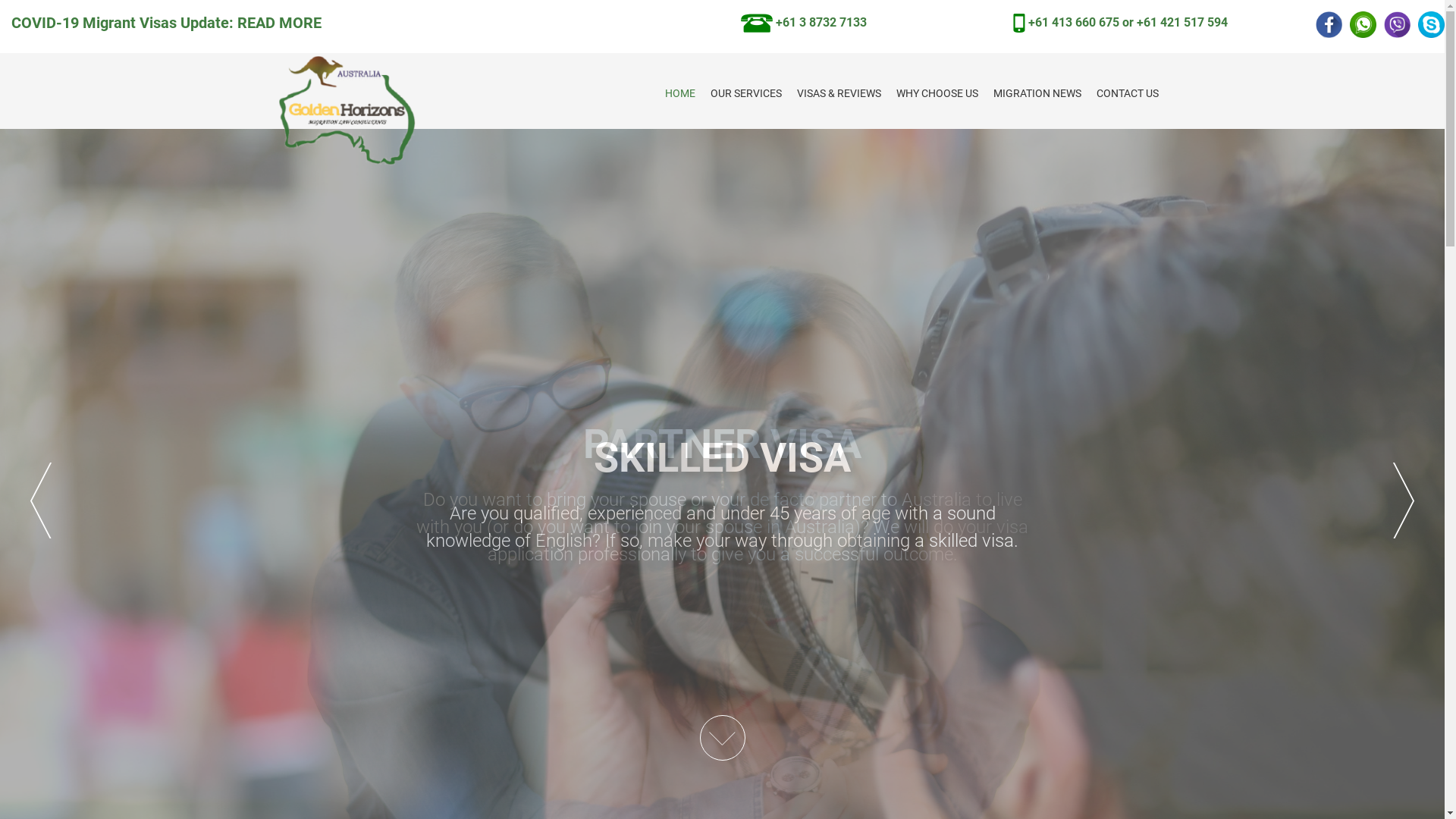 Image resolution: width=1456 pixels, height=819 pixels. Describe the element at coordinates (937, 93) in the screenshot. I see `'WHY CHOOSE US'` at that location.